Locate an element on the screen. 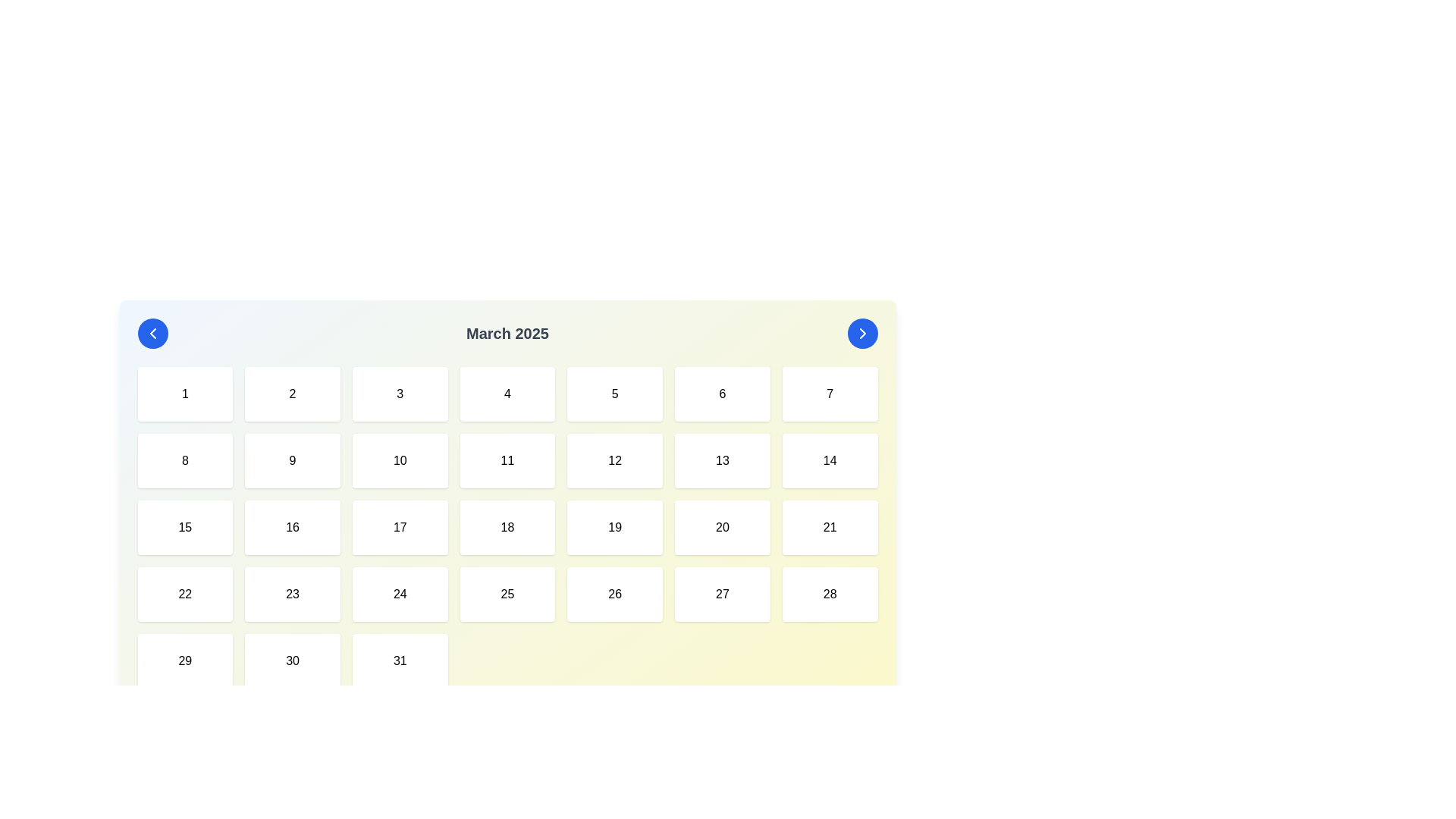 This screenshot has height=819, width=1456. the interactive calendar day box containing the numeral '19' is located at coordinates (615, 526).